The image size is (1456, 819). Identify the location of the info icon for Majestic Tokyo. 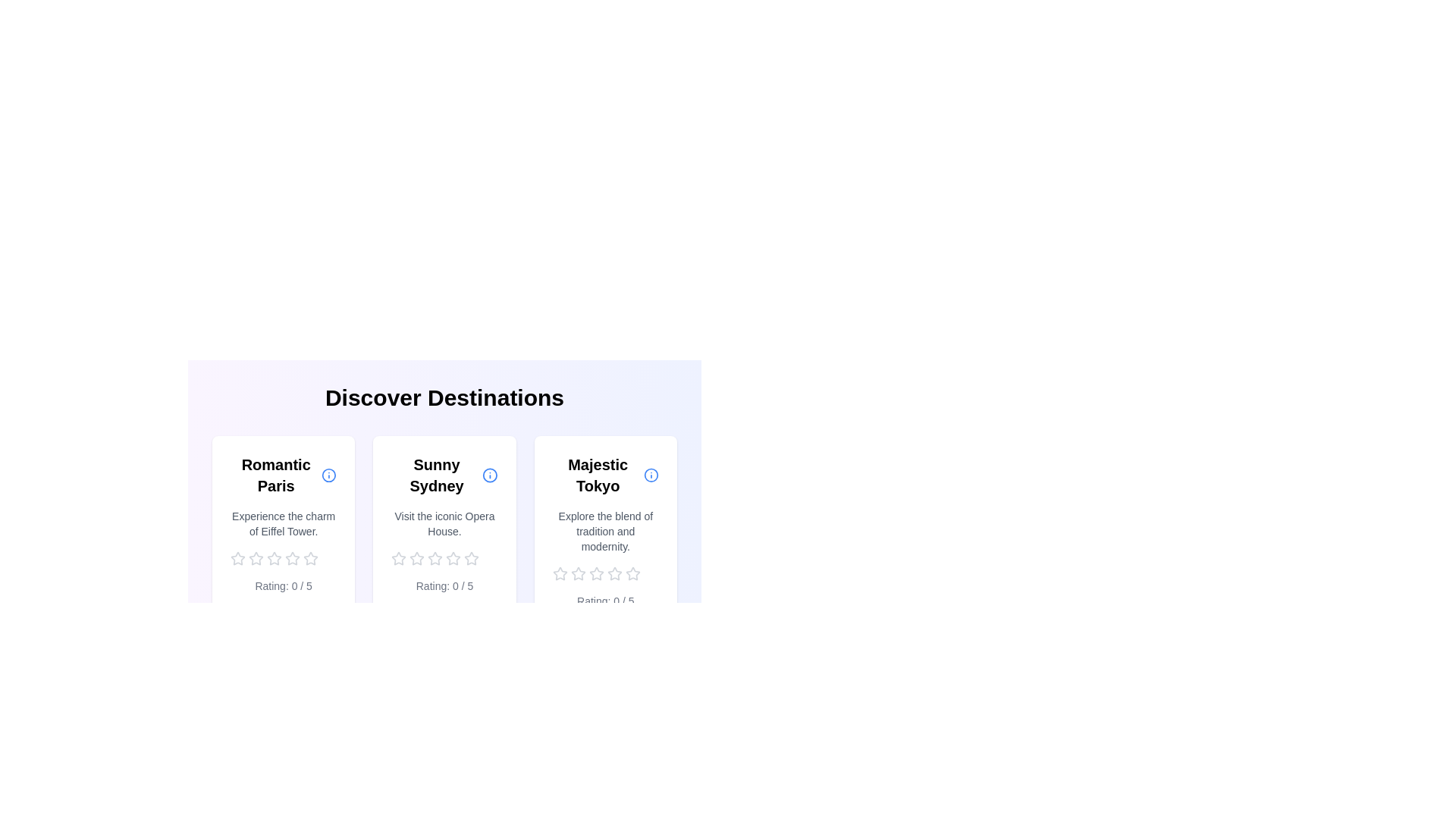
(651, 475).